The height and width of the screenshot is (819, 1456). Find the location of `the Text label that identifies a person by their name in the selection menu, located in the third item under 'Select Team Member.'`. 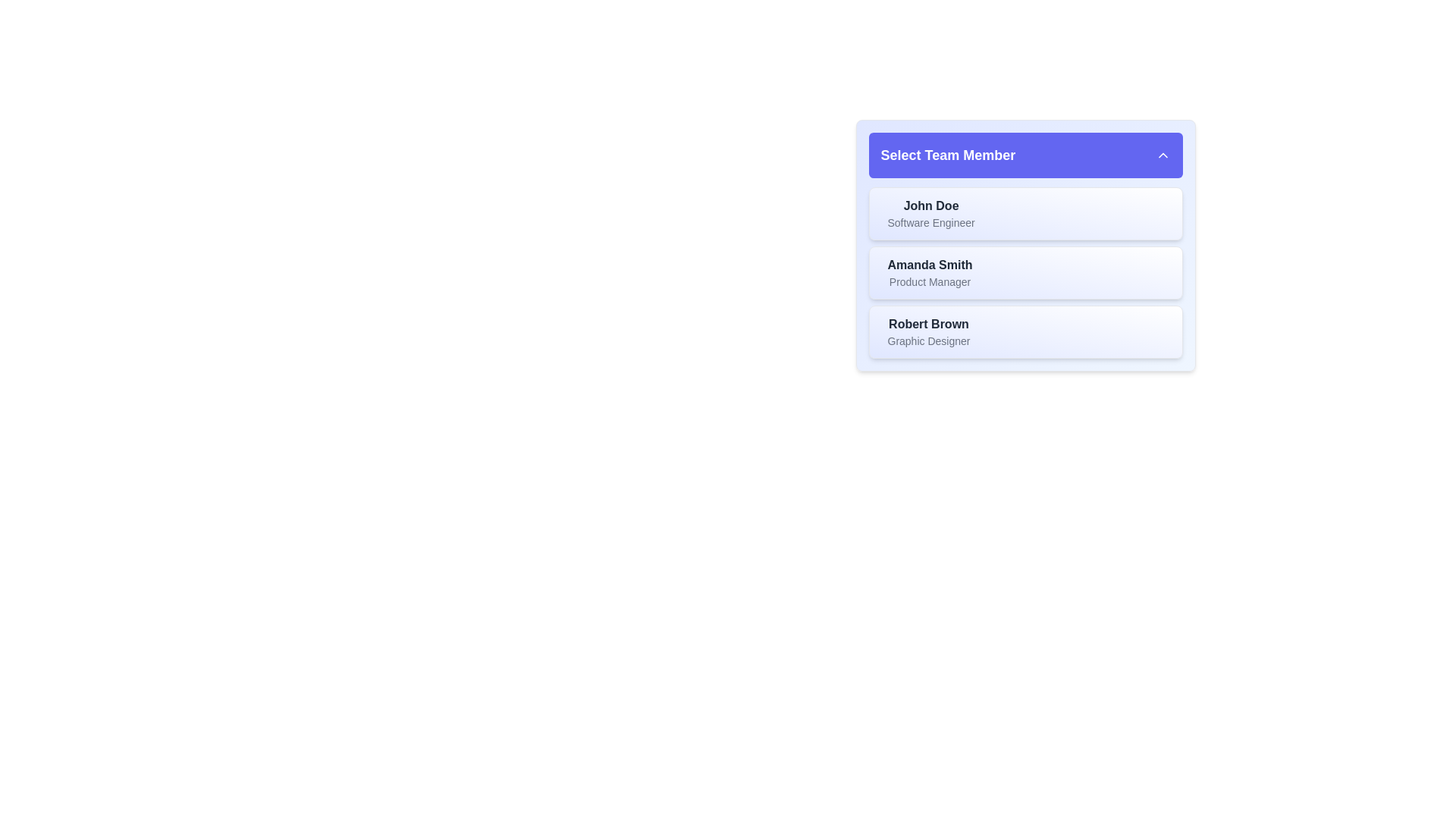

the Text label that identifies a person by their name in the selection menu, located in the third item under 'Select Team Member.' is located at coordinates (927, 324).